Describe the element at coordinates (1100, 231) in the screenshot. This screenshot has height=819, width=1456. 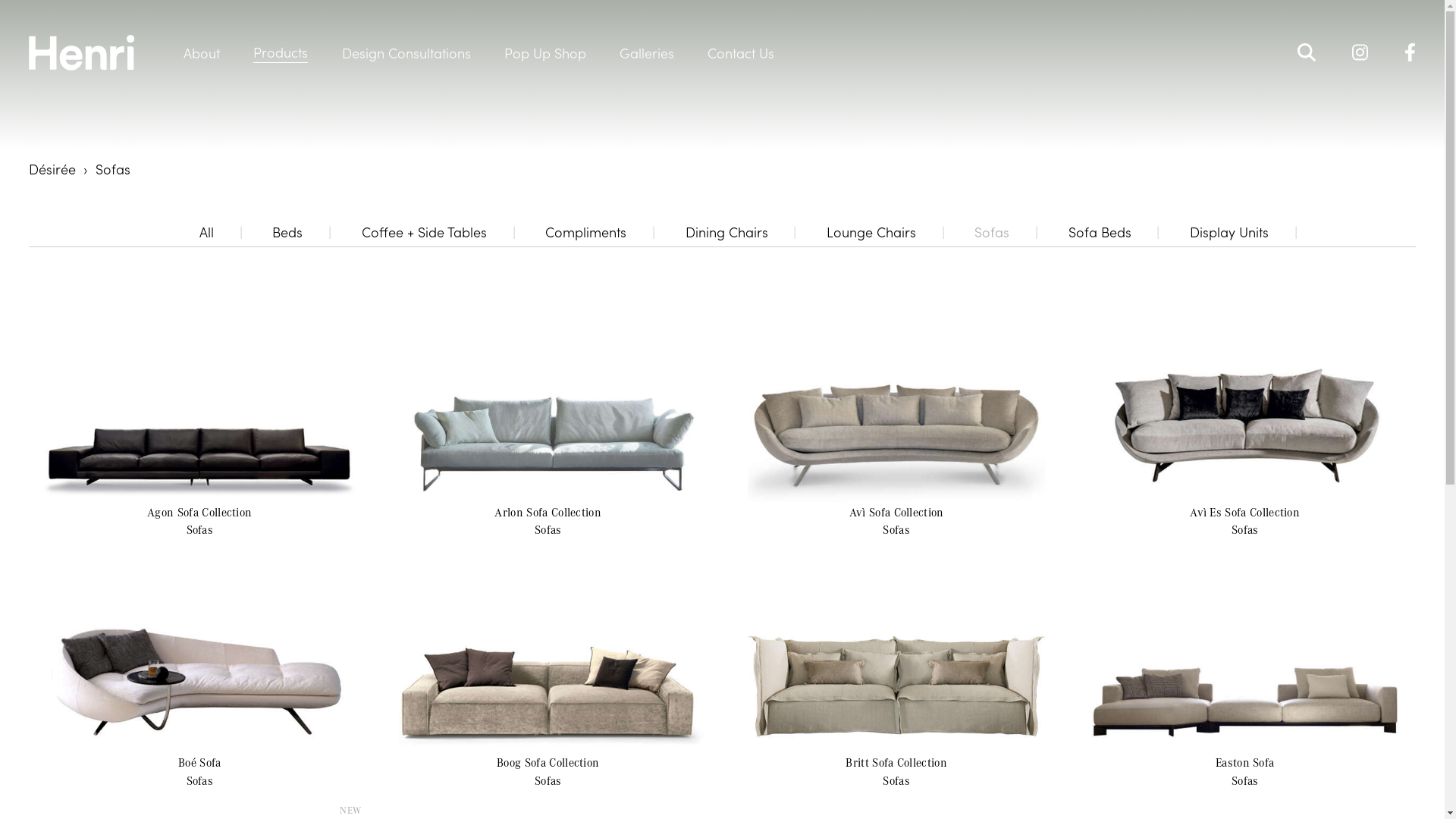
I see `'Sofa Beds'` at that location.